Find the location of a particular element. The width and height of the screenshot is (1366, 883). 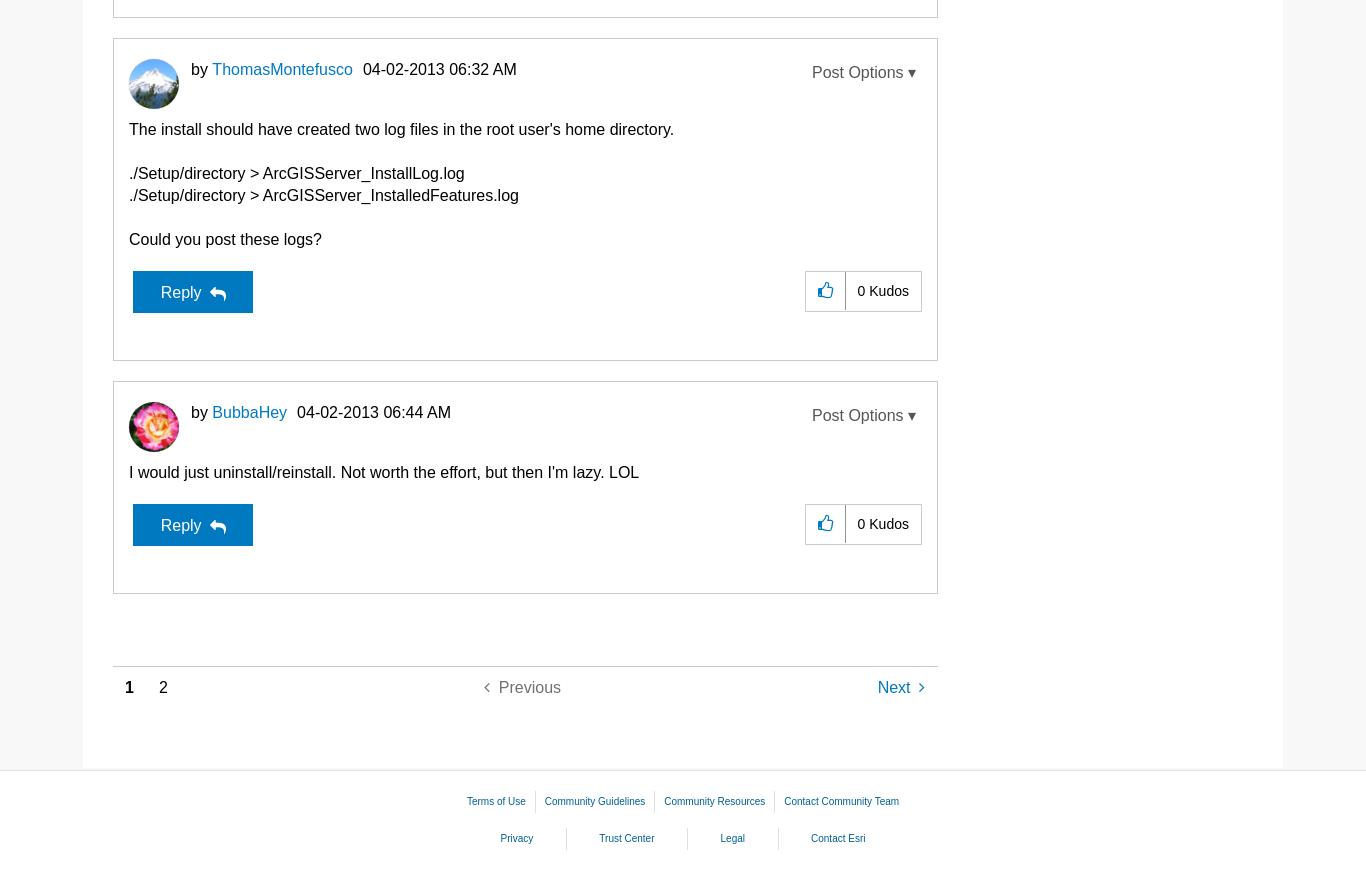

'BubbaHey' is located at coordinates (249, 412).